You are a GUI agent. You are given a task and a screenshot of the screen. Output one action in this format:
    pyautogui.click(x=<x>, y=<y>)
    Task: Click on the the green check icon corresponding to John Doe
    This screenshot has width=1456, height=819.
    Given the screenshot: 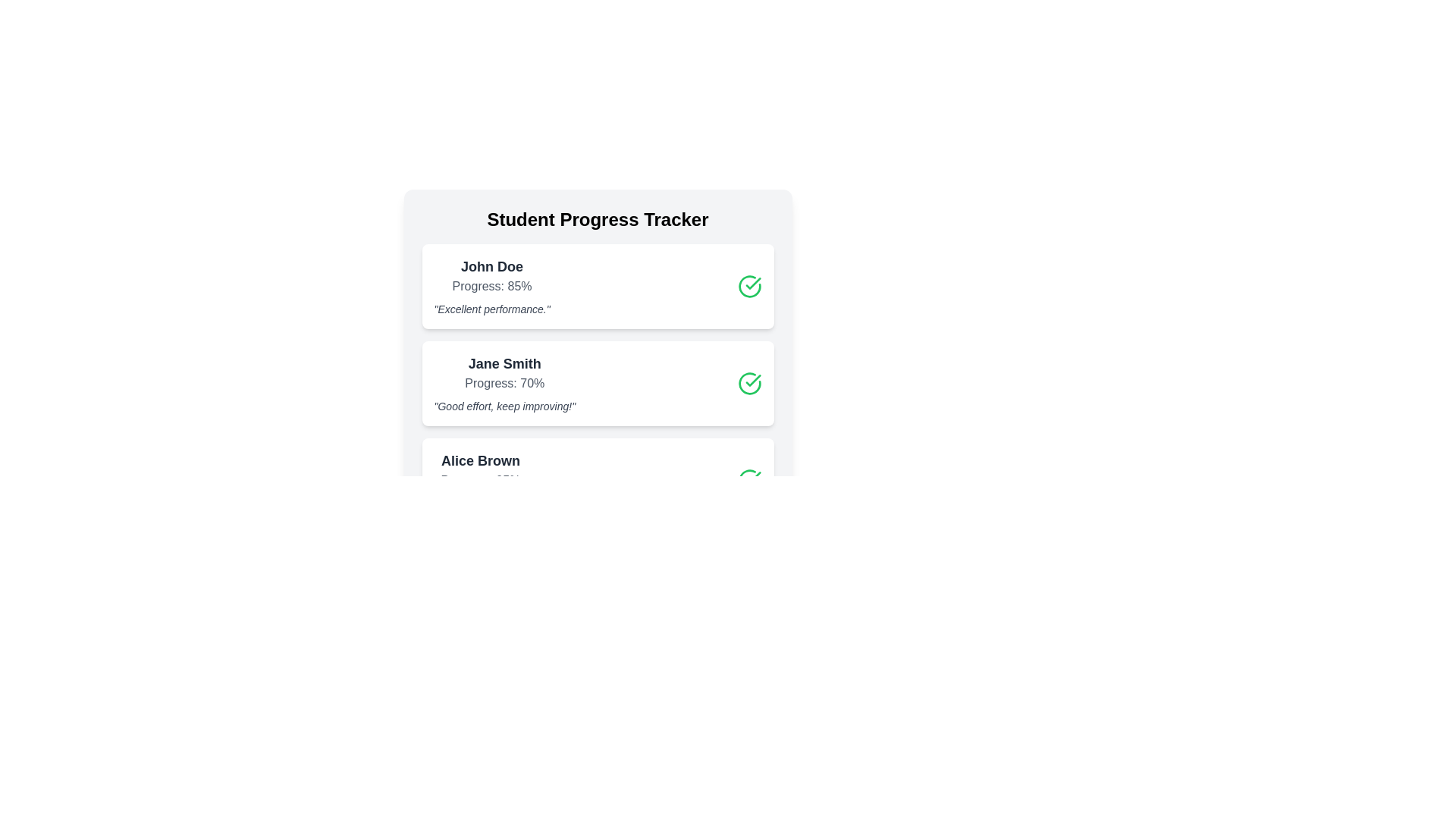 What is the action you would take?
    pyautogui.click(x=749, y=287)
    